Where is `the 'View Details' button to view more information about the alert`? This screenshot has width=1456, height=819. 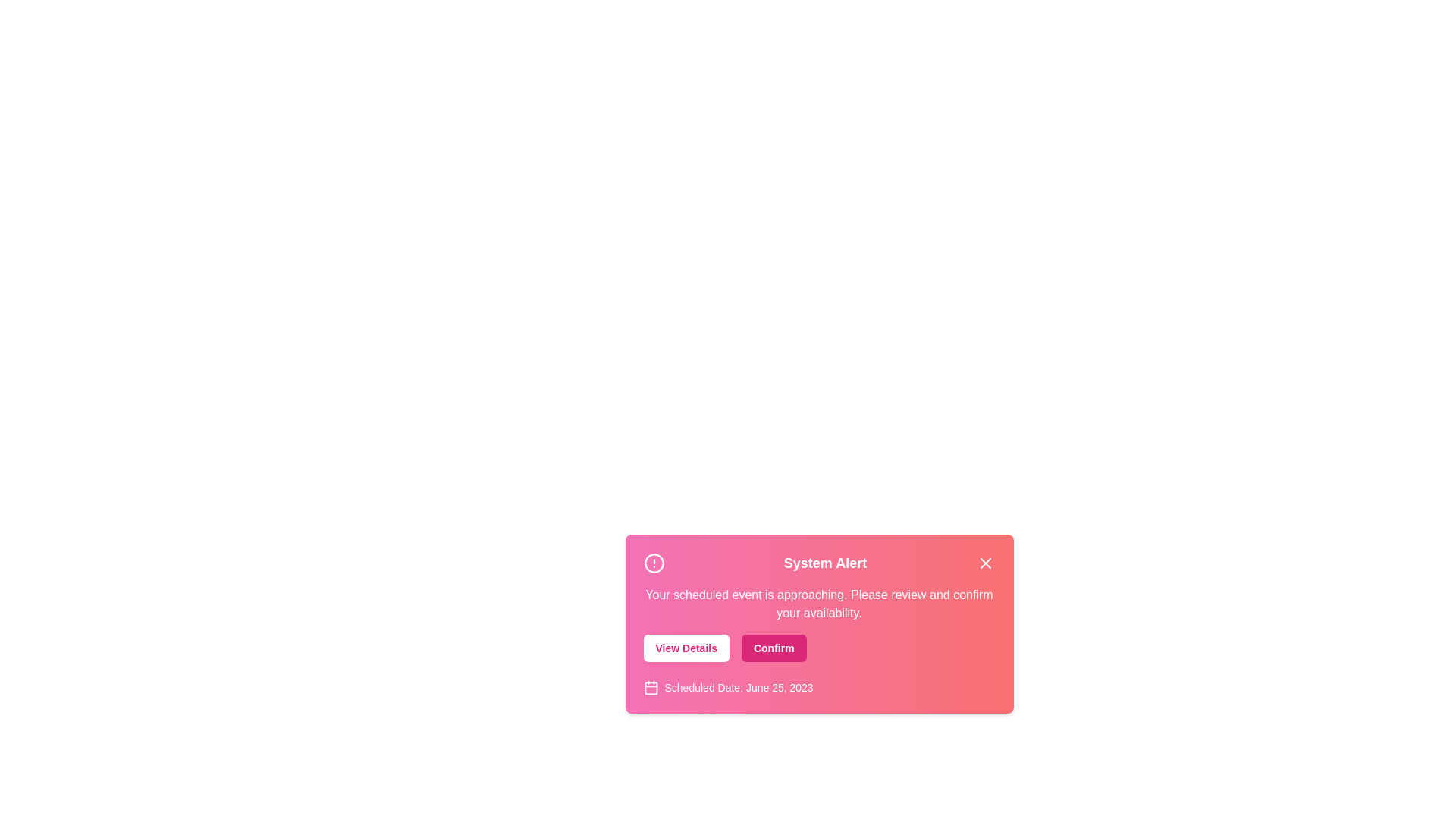
the 'View Details' button to view more information about the alert is located at coordinates (686, 648).